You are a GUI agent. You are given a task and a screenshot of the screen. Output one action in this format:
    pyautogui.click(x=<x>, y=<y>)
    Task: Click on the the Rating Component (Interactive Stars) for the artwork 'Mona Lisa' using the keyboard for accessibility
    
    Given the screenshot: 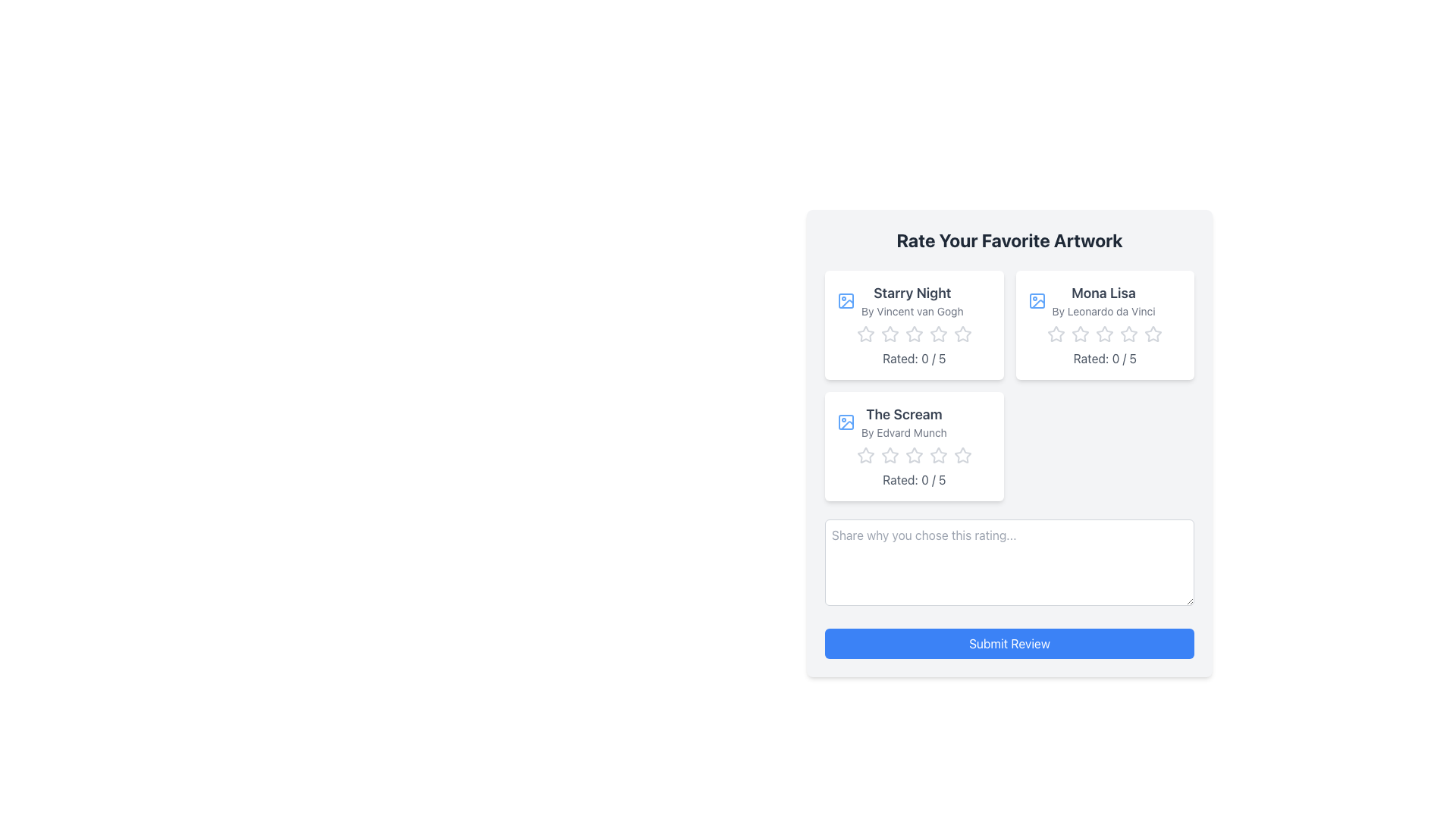 What is the action you would take?
    pyautogui.click(x=1105, y=333)
    